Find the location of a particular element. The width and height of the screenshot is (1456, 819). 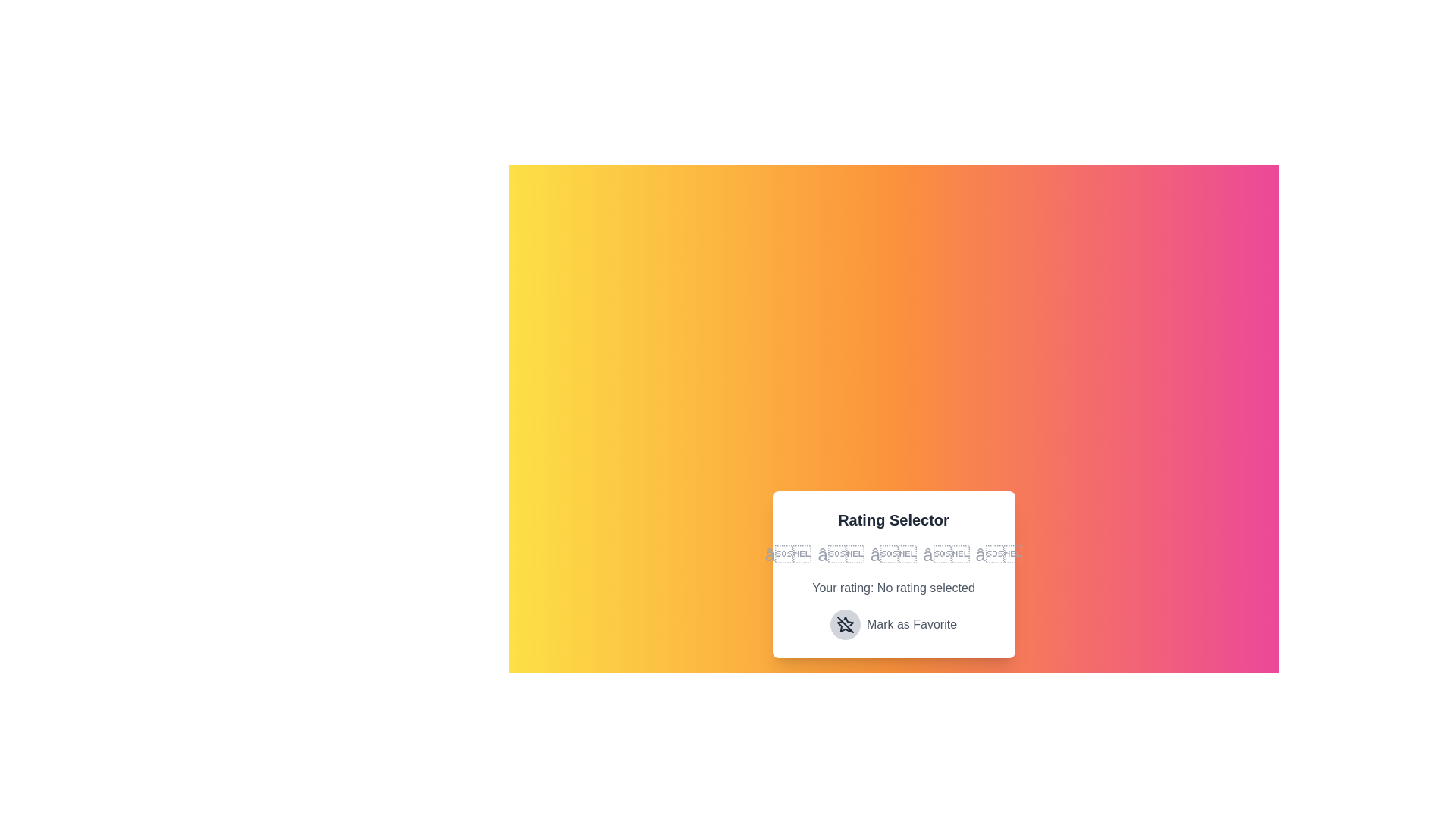

the fifth selectable rating star icon to give a rating is located at coordinates (998, 555).